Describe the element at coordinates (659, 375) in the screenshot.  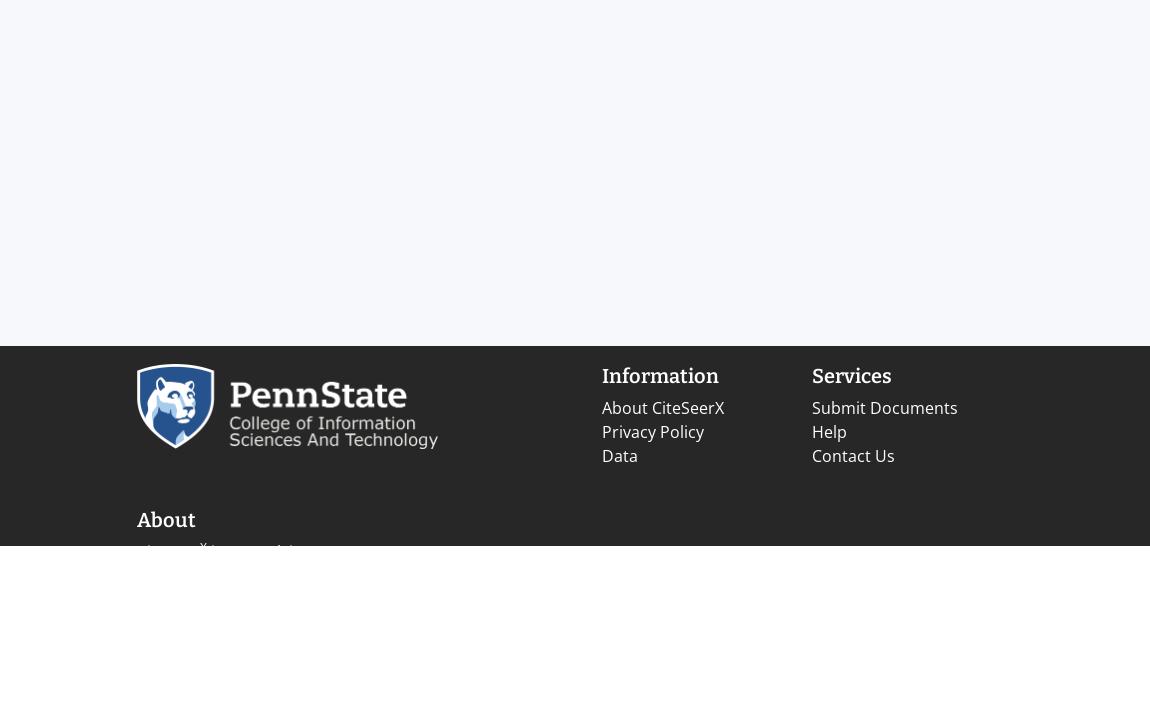
I see `'Information'` at that location.